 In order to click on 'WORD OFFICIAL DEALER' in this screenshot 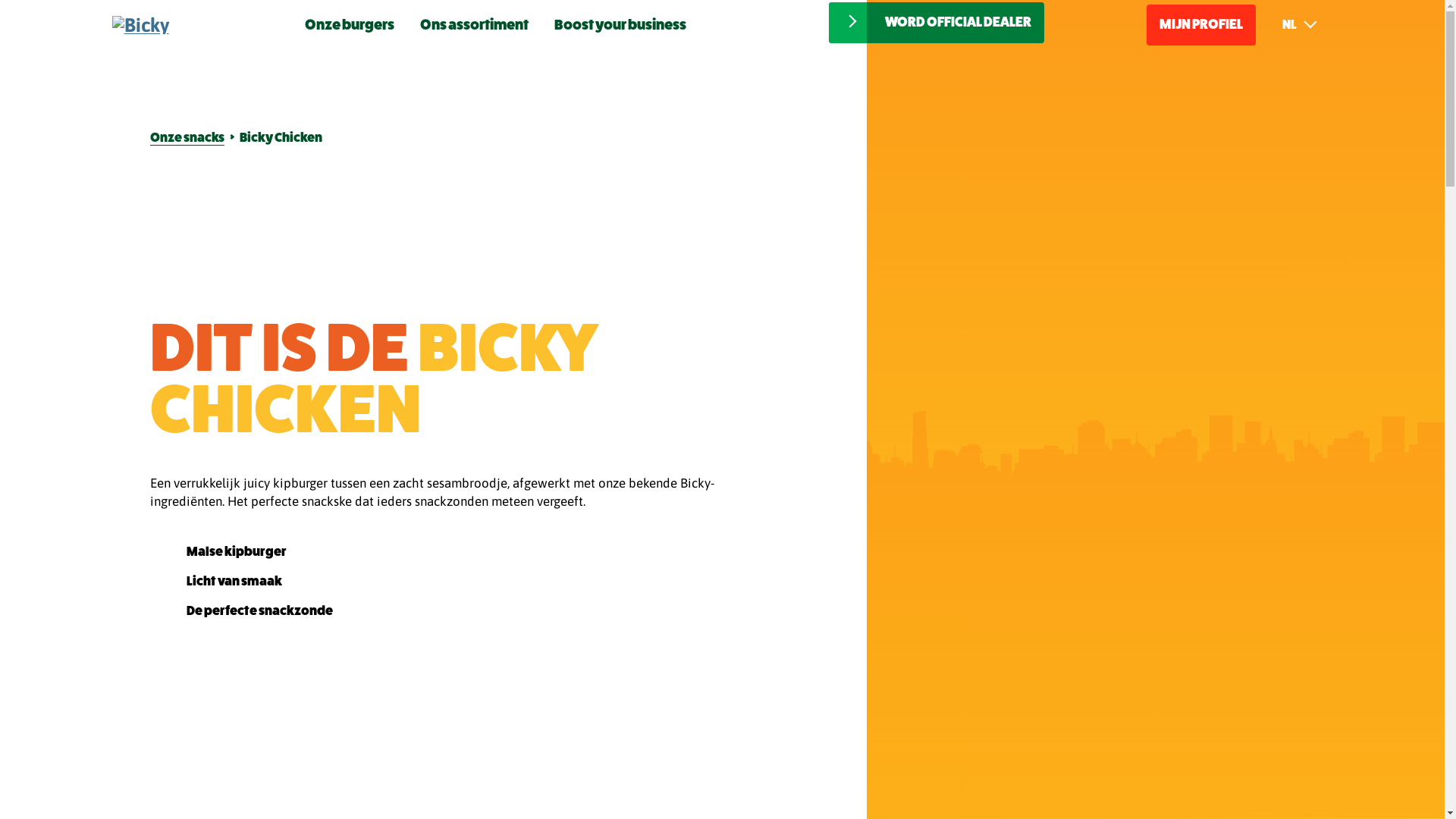, I will do `click(828, 23)`.